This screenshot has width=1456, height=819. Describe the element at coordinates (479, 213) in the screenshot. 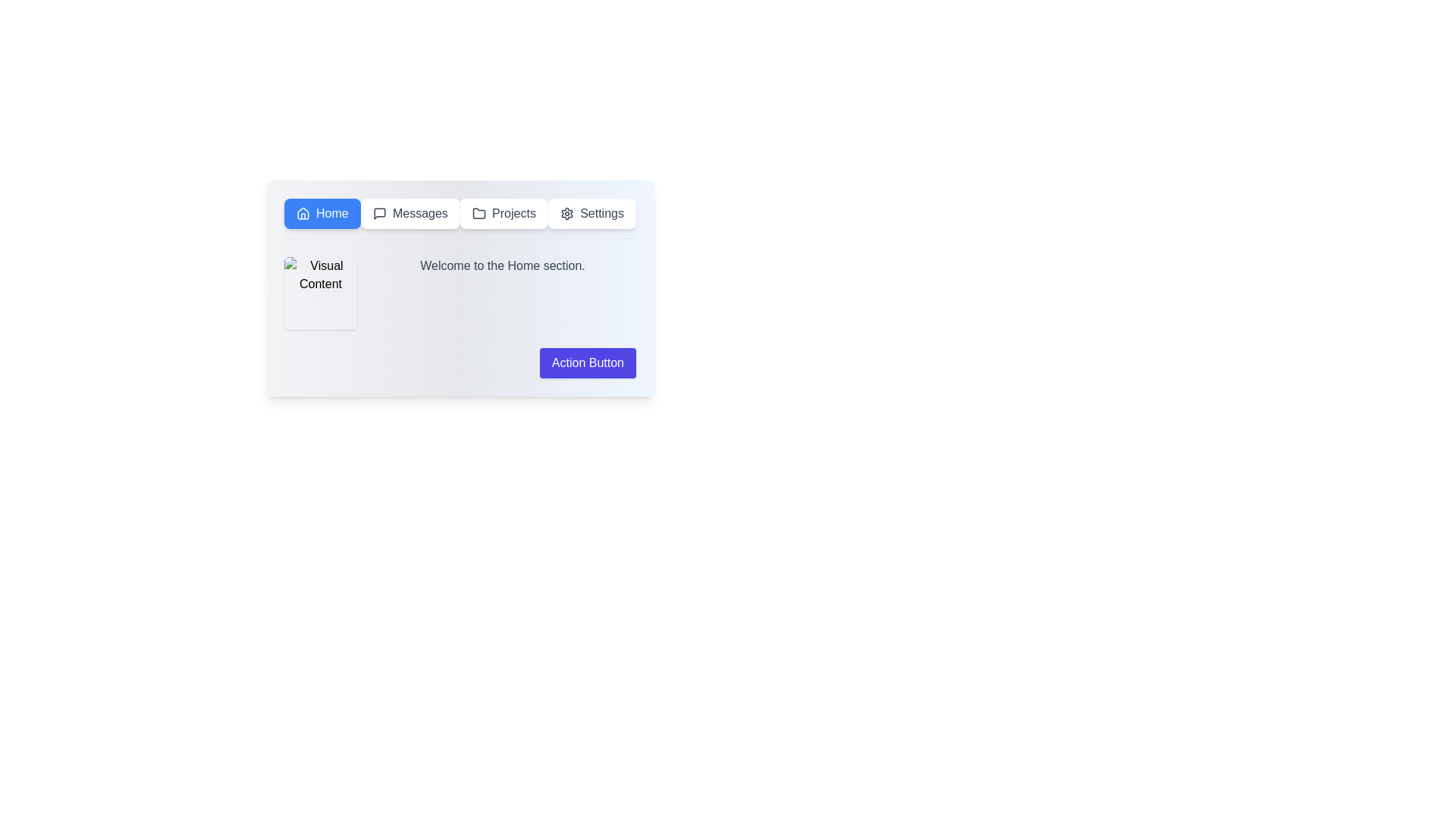

I see `the folder-shaped icon in the 'Projects' tab of the navigation row` at that location.